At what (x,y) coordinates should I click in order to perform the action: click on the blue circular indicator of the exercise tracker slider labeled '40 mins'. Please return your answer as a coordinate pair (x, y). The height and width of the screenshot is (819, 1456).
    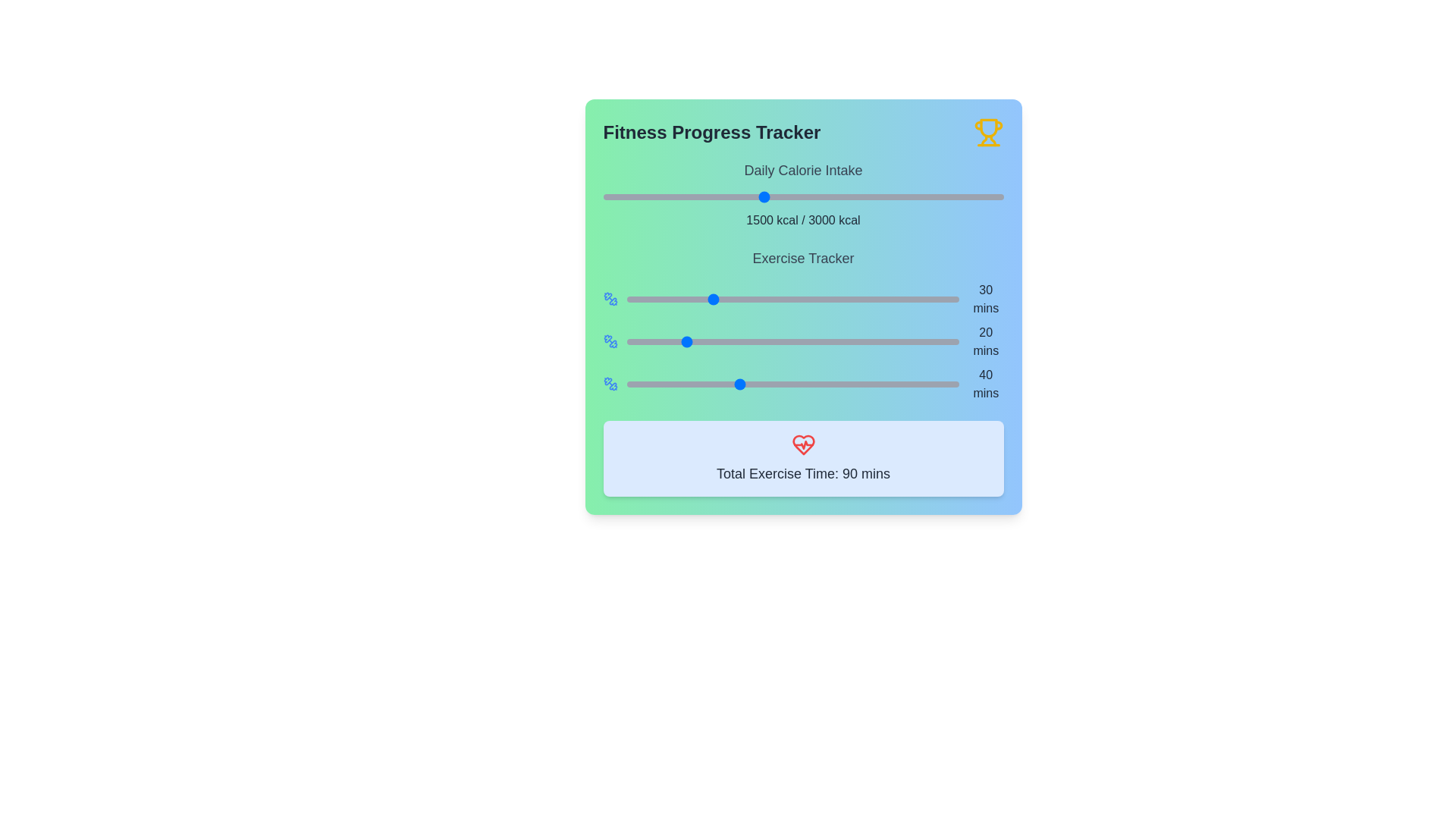
    Looking at the image, I should click on (802, 383).